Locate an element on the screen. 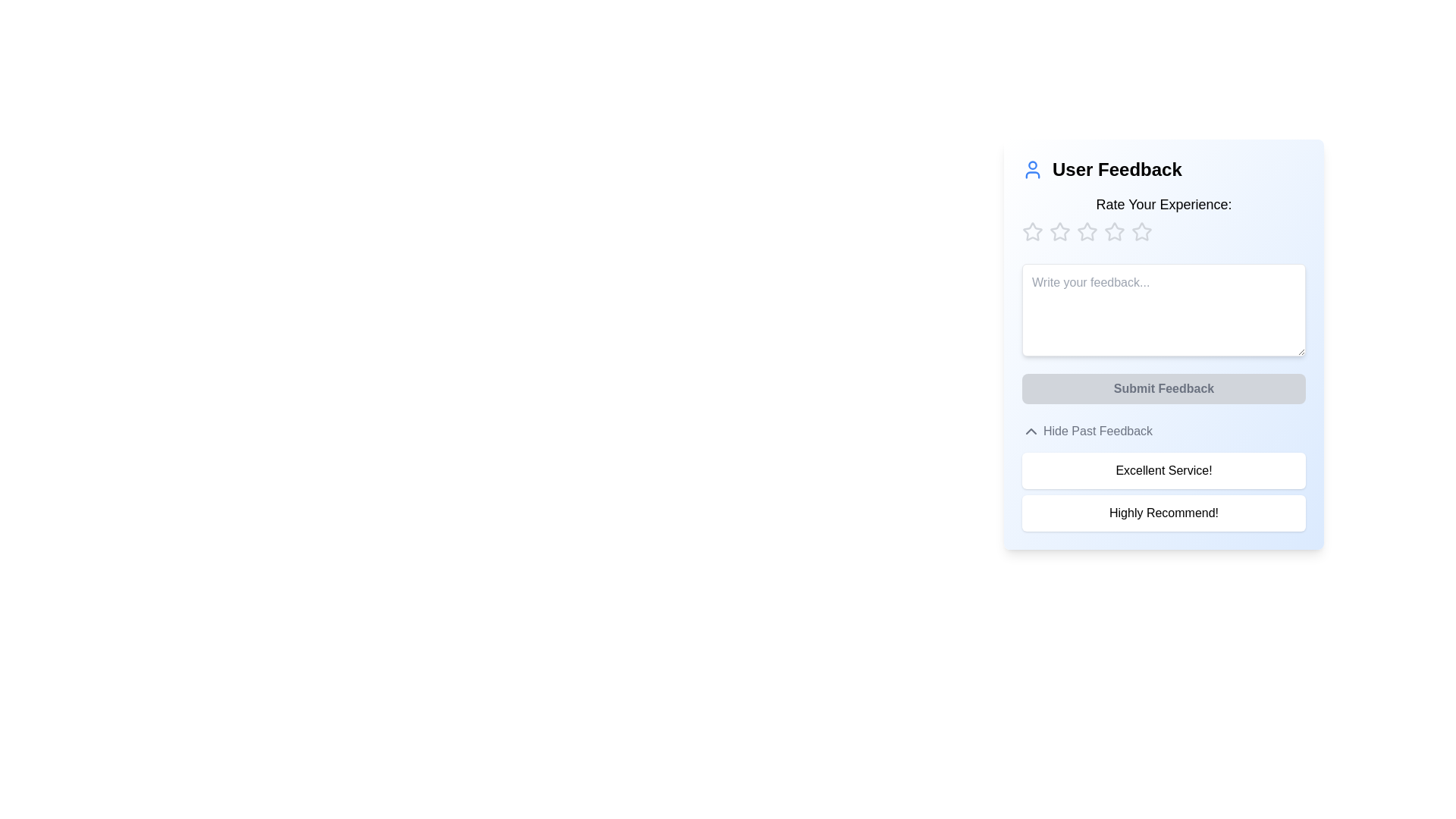 The height and width of the screenshot is (819, 1456). text label that introduces the user feedback section, located to the right of the user icon and aligned with other elements in the same row is located at coordinates (1117, 169).